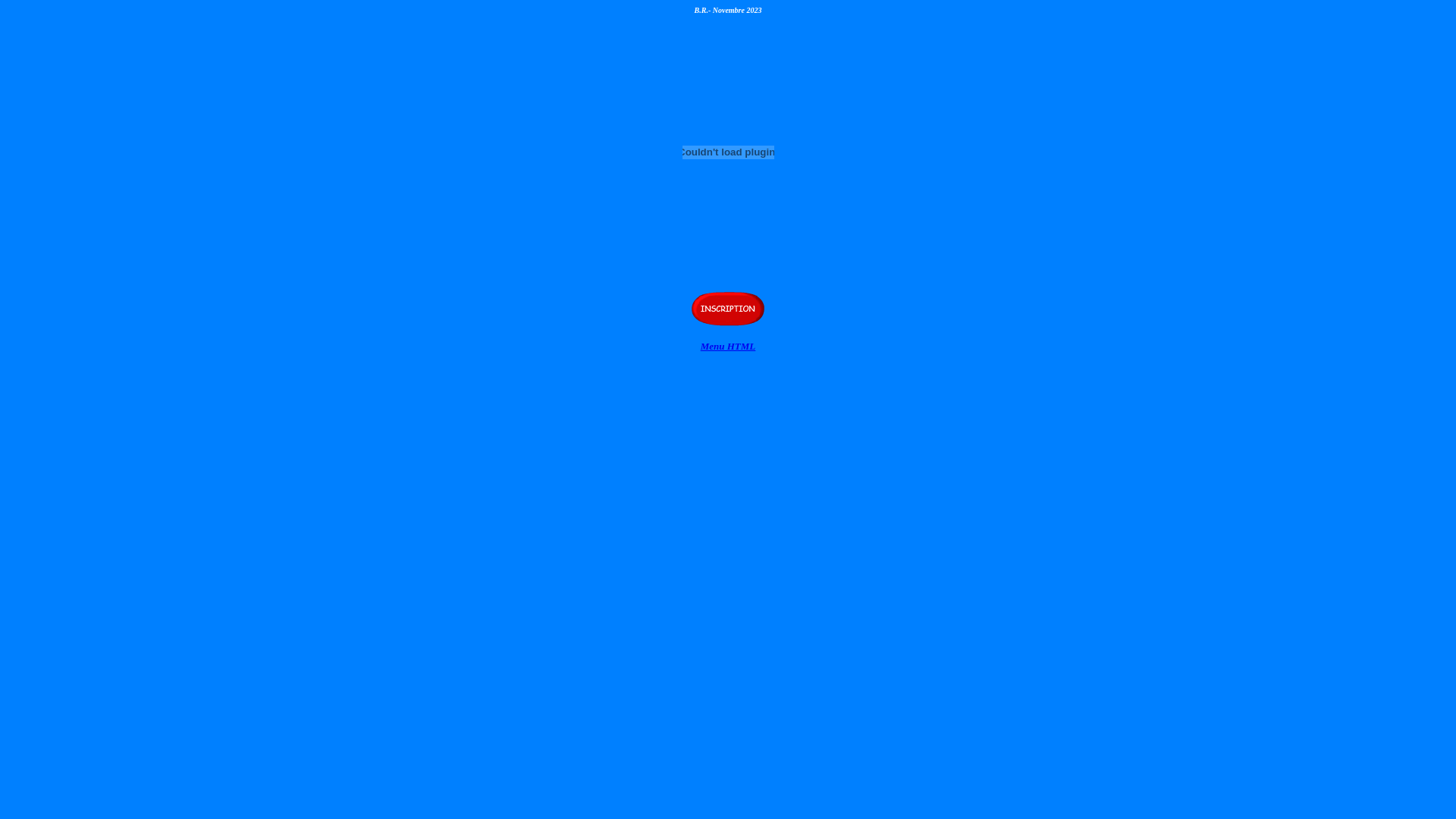 The image size is (1456, 819). What do you see at coordinates (728, 345) in the screenshot?
I see `'Menu HTML'` at bounding box center [728, 345].